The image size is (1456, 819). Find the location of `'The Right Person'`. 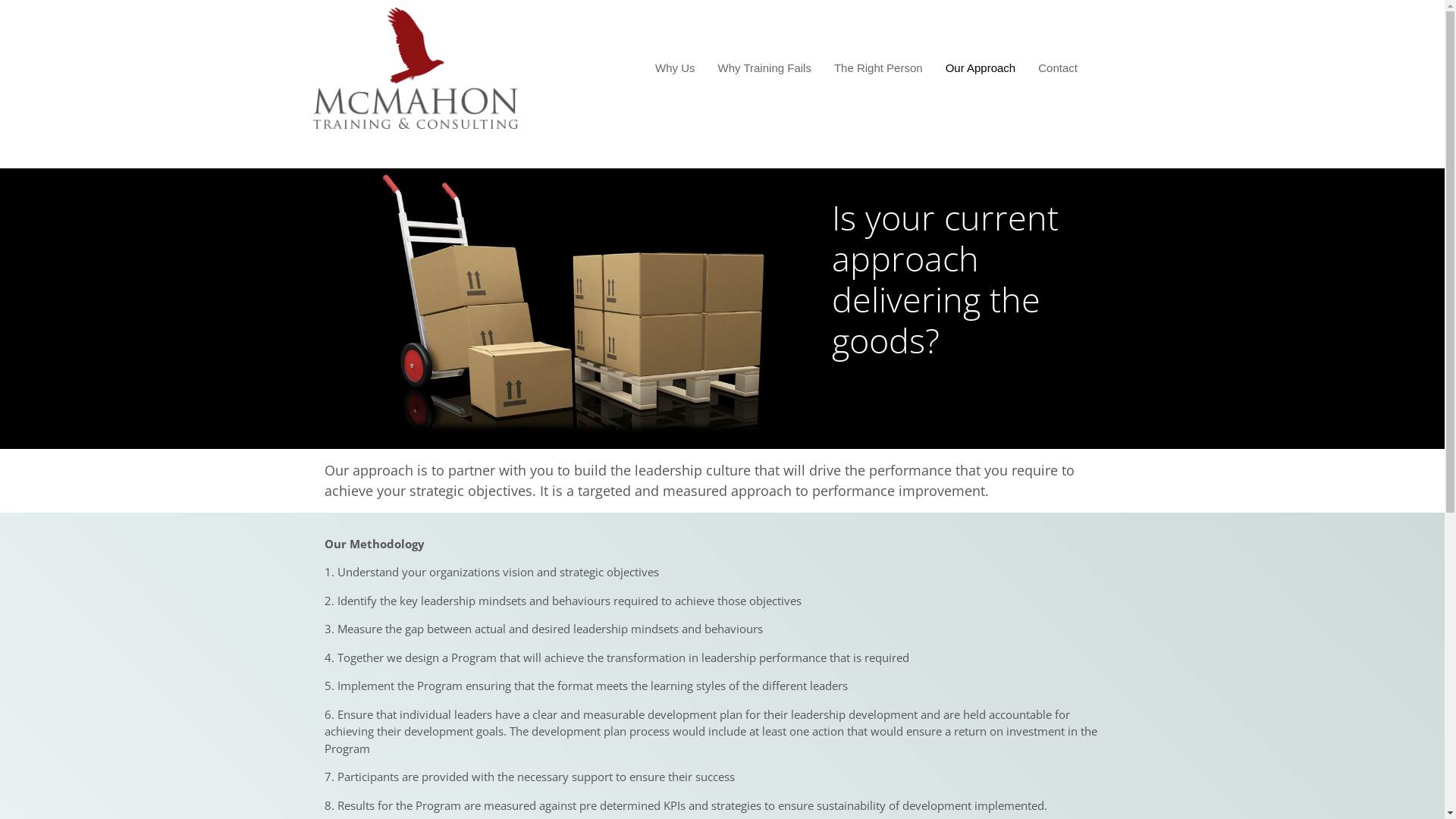

'The Right Person' is located at coordinates (878, 67).